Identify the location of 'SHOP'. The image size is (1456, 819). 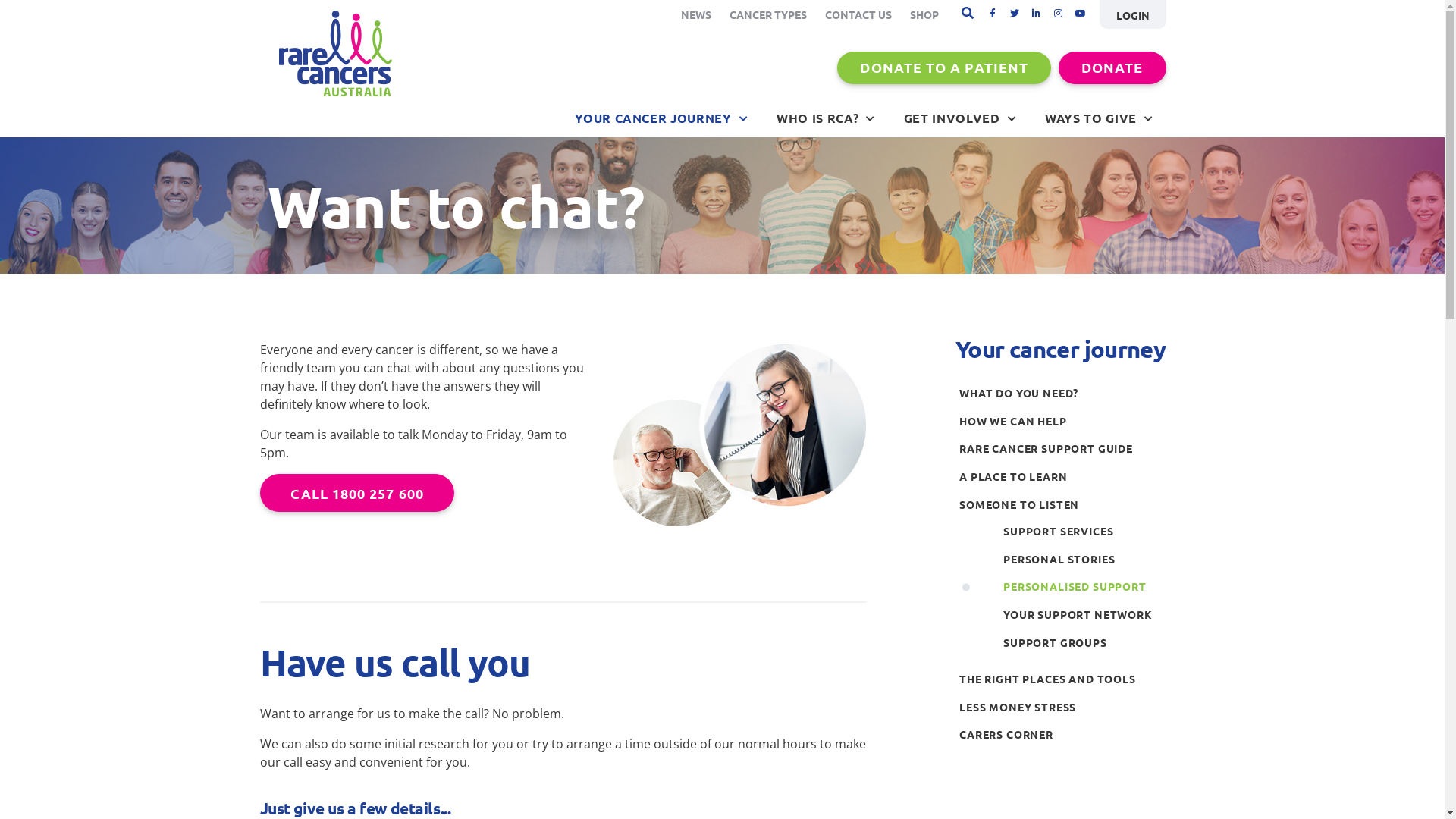
(910, 14).